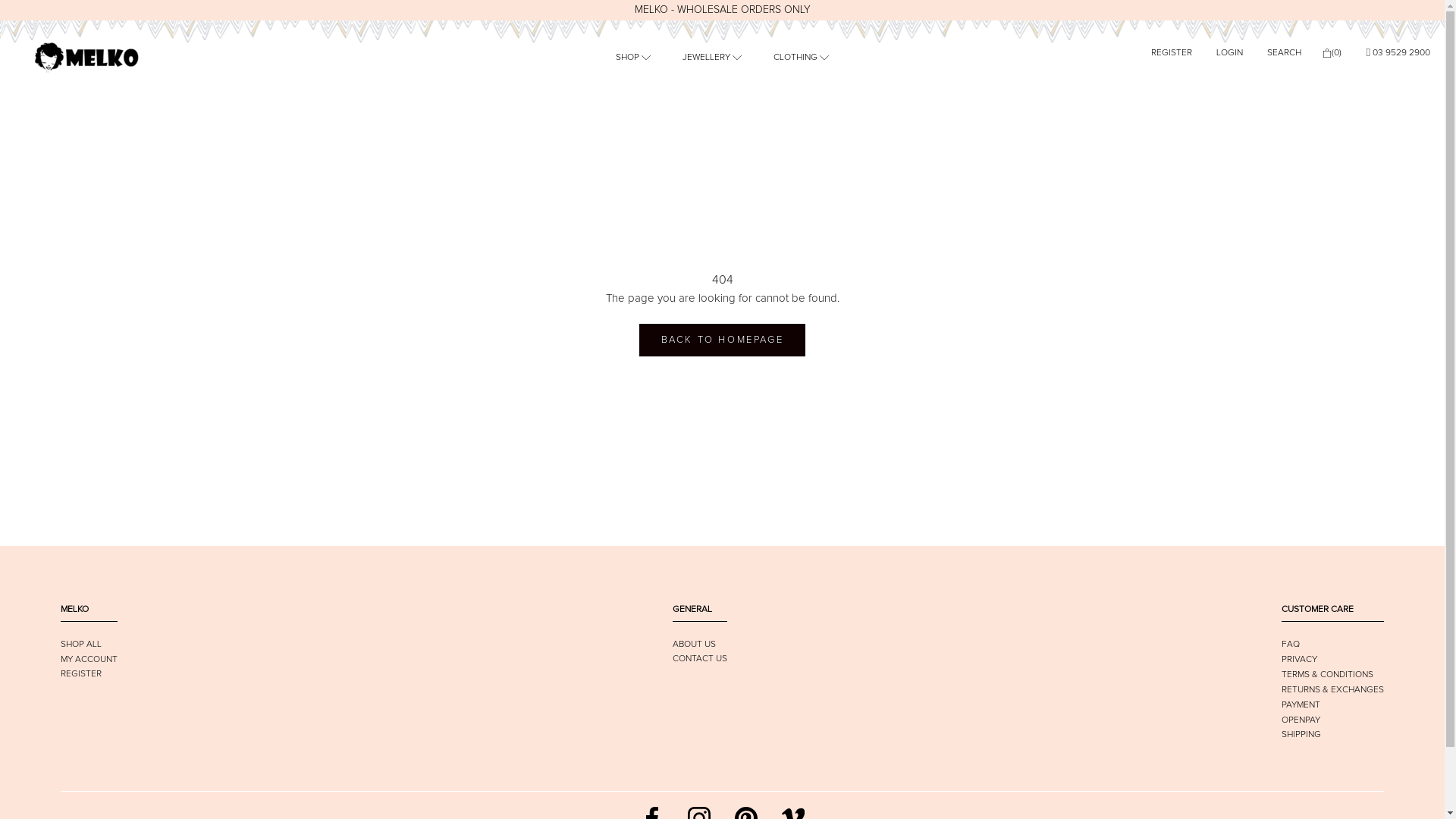 Image resolution: width=1456 pixels, height=819 pixels. I want to click on '(0)', so click(1331, 52).